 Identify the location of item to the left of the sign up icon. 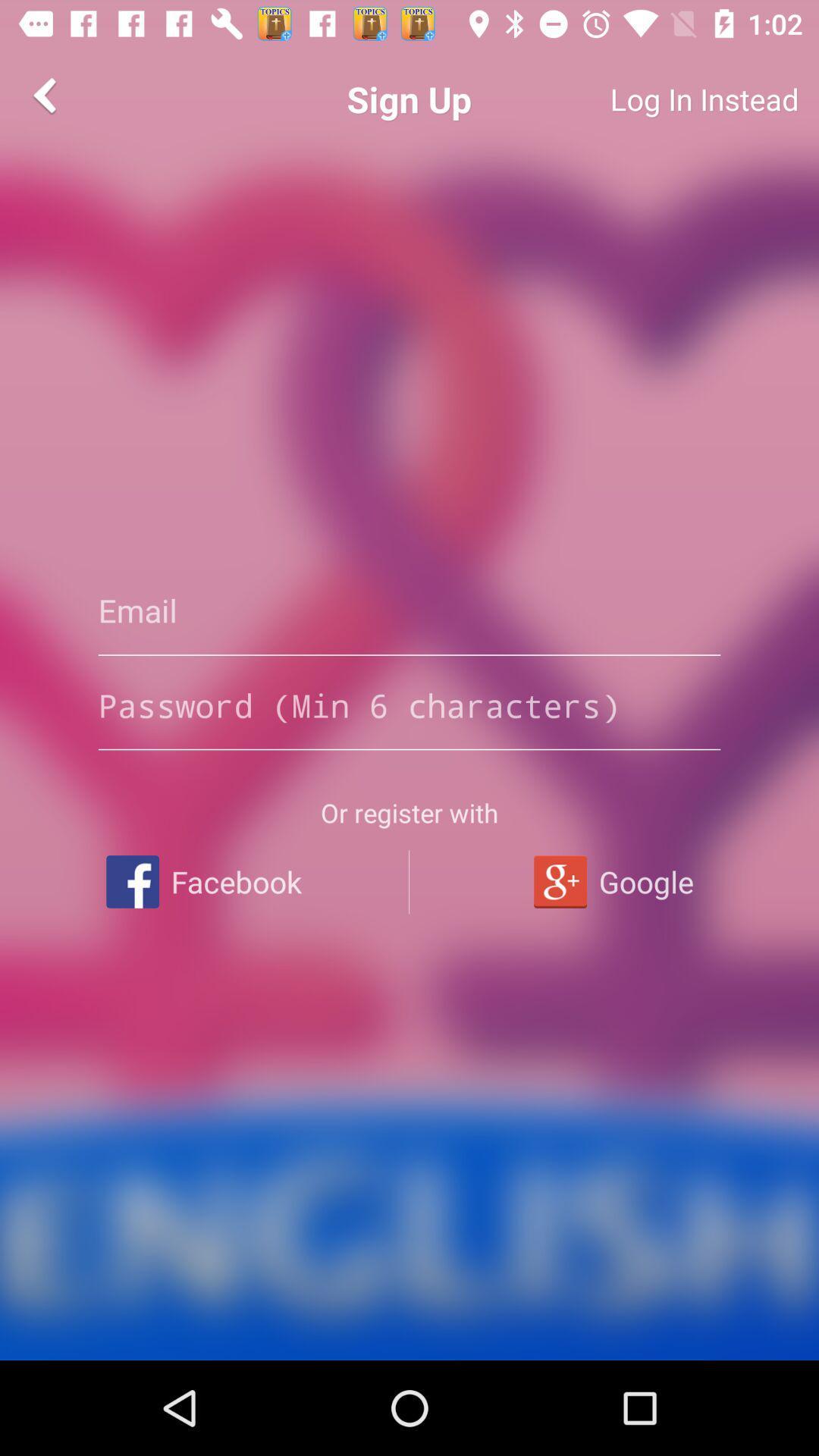
(46, 94).